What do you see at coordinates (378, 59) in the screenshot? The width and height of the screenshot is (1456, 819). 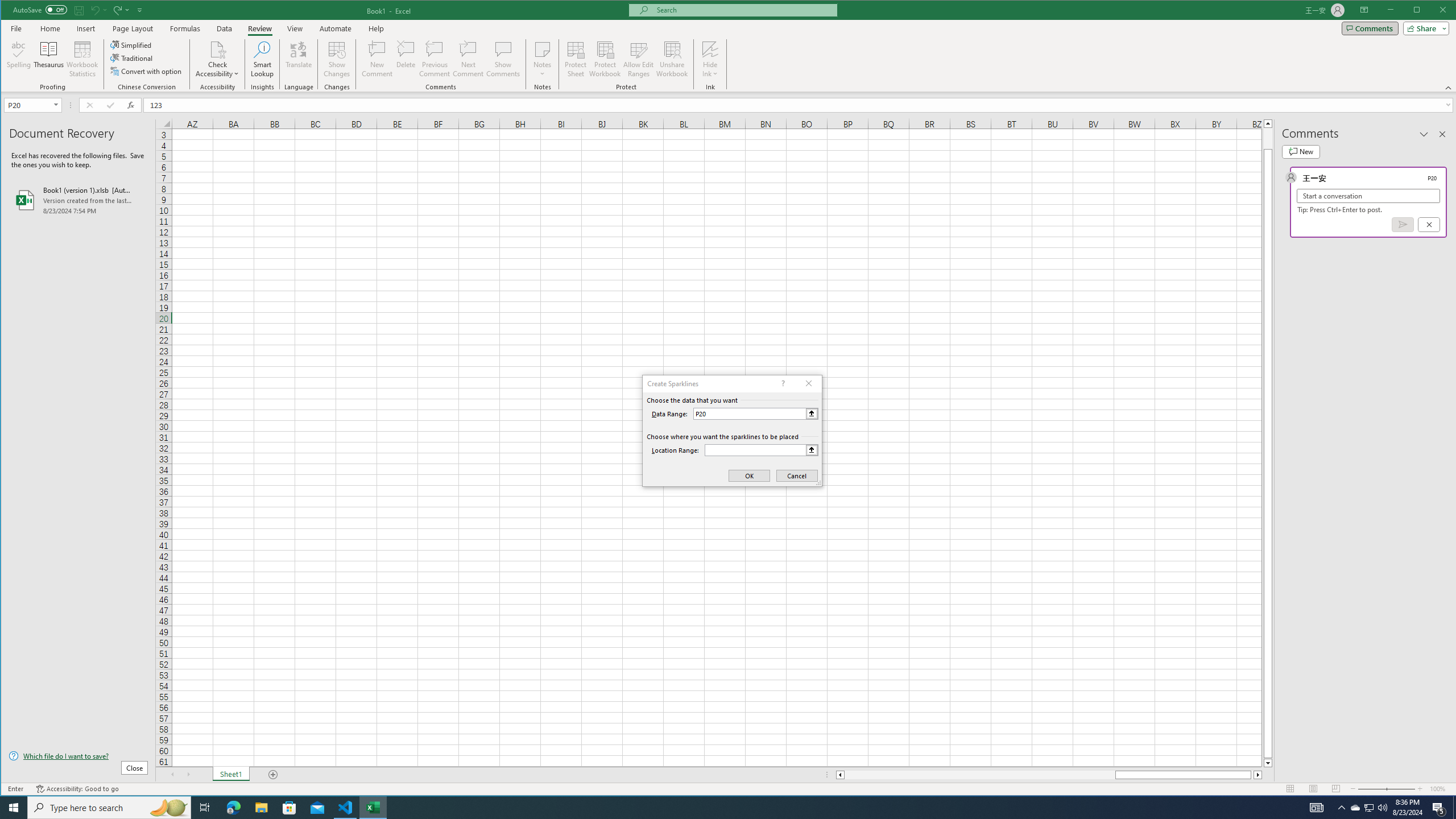 I see `'New Comment'` at bounding box center [378, 59].